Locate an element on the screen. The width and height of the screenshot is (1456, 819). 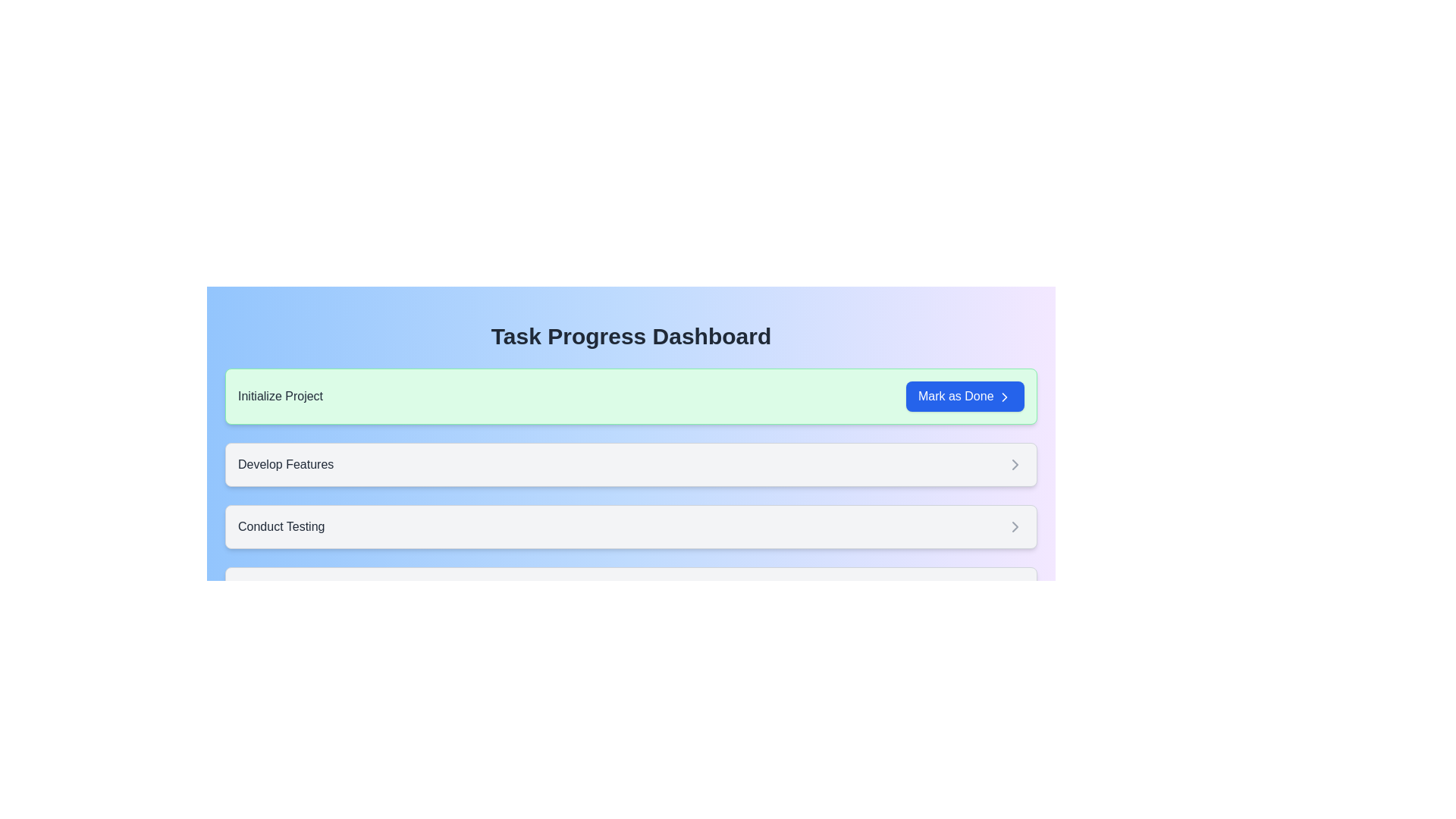
the 'Conduct Testing' static text label, which identifies a task within the task management interface and is positioned to the left of a right-facing chevron icon is located at coordinates (281, 526).